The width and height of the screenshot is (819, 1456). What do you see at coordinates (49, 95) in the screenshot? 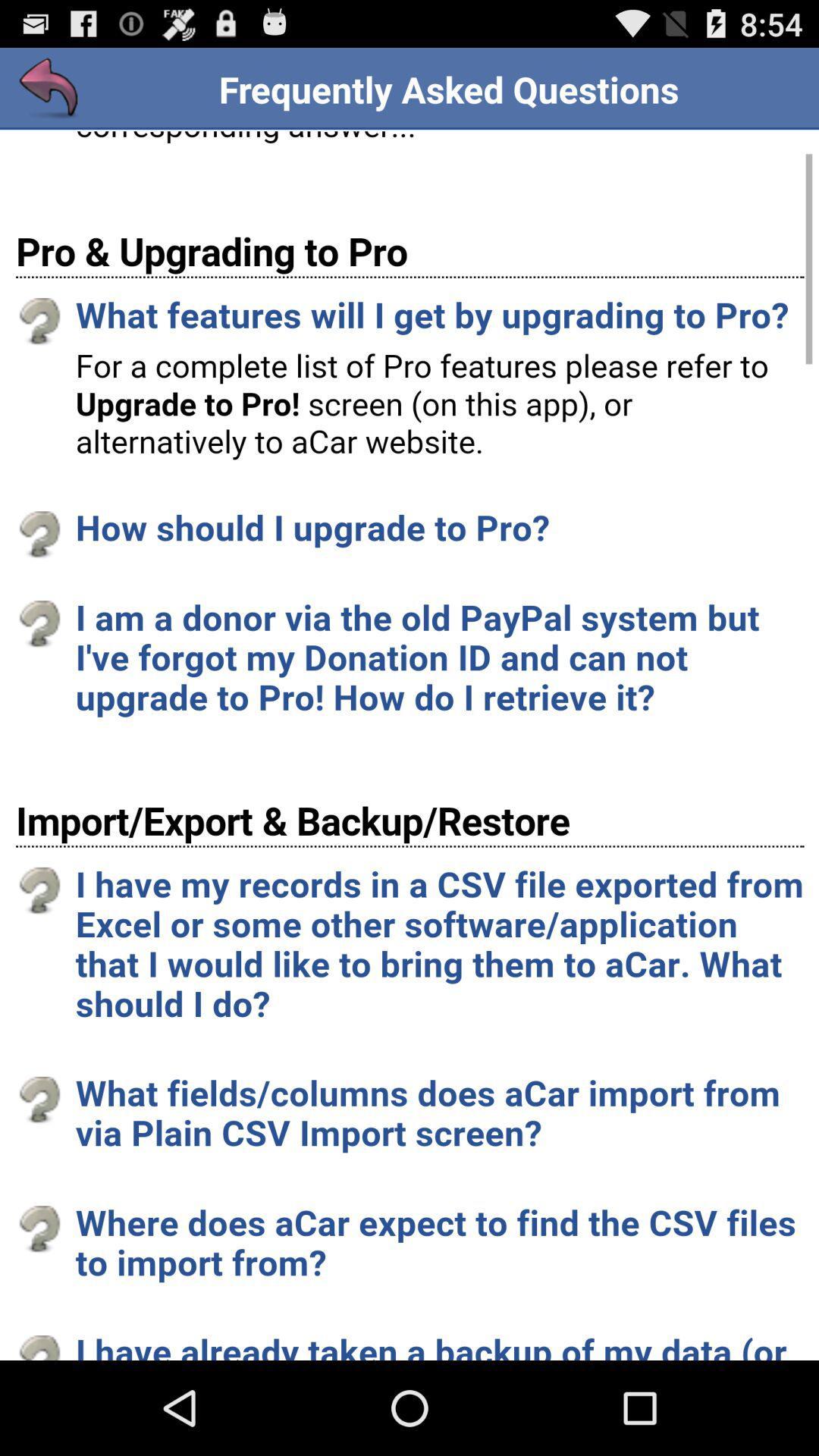
I see `the reply icon` at bounding box center [49, 95].